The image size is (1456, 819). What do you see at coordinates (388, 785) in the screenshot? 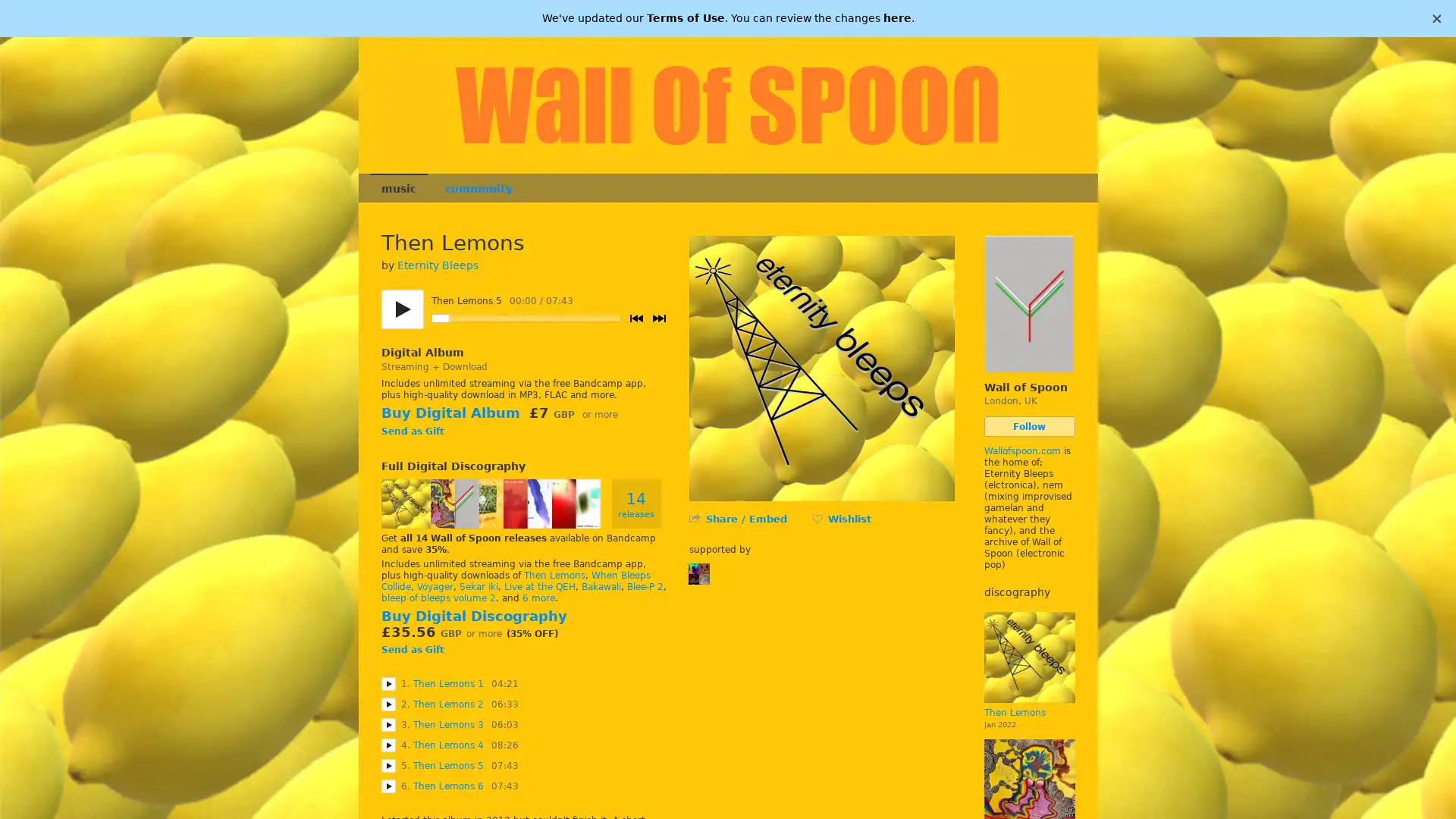
I see `Play Then Lemons 6` at bounding box center [388, 785].